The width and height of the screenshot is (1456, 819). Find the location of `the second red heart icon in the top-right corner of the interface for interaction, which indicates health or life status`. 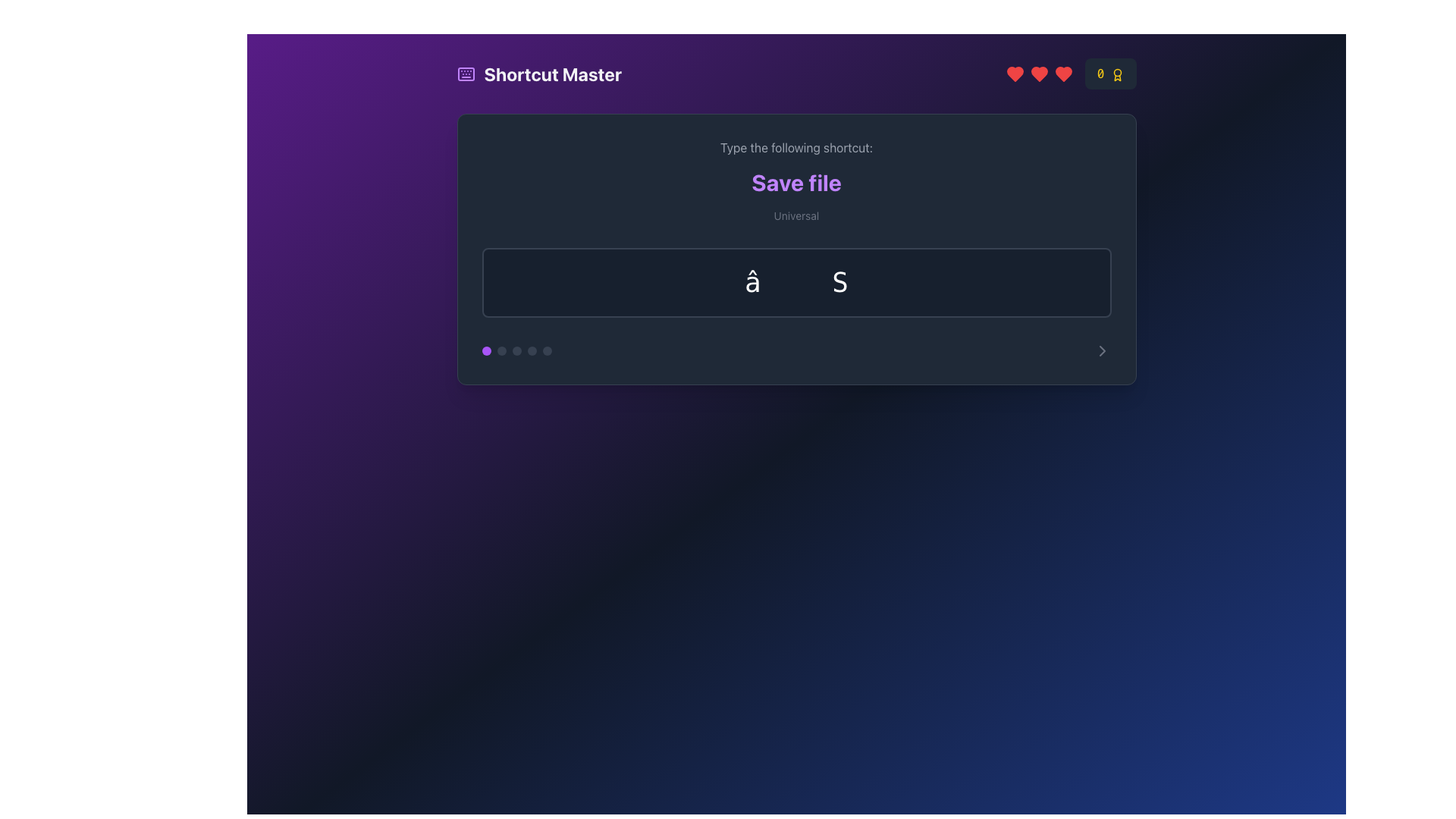

the second red heart icon in the top-right corner of the interface for interaction, which indicates health or life status is located at coordinates (1015, 74).